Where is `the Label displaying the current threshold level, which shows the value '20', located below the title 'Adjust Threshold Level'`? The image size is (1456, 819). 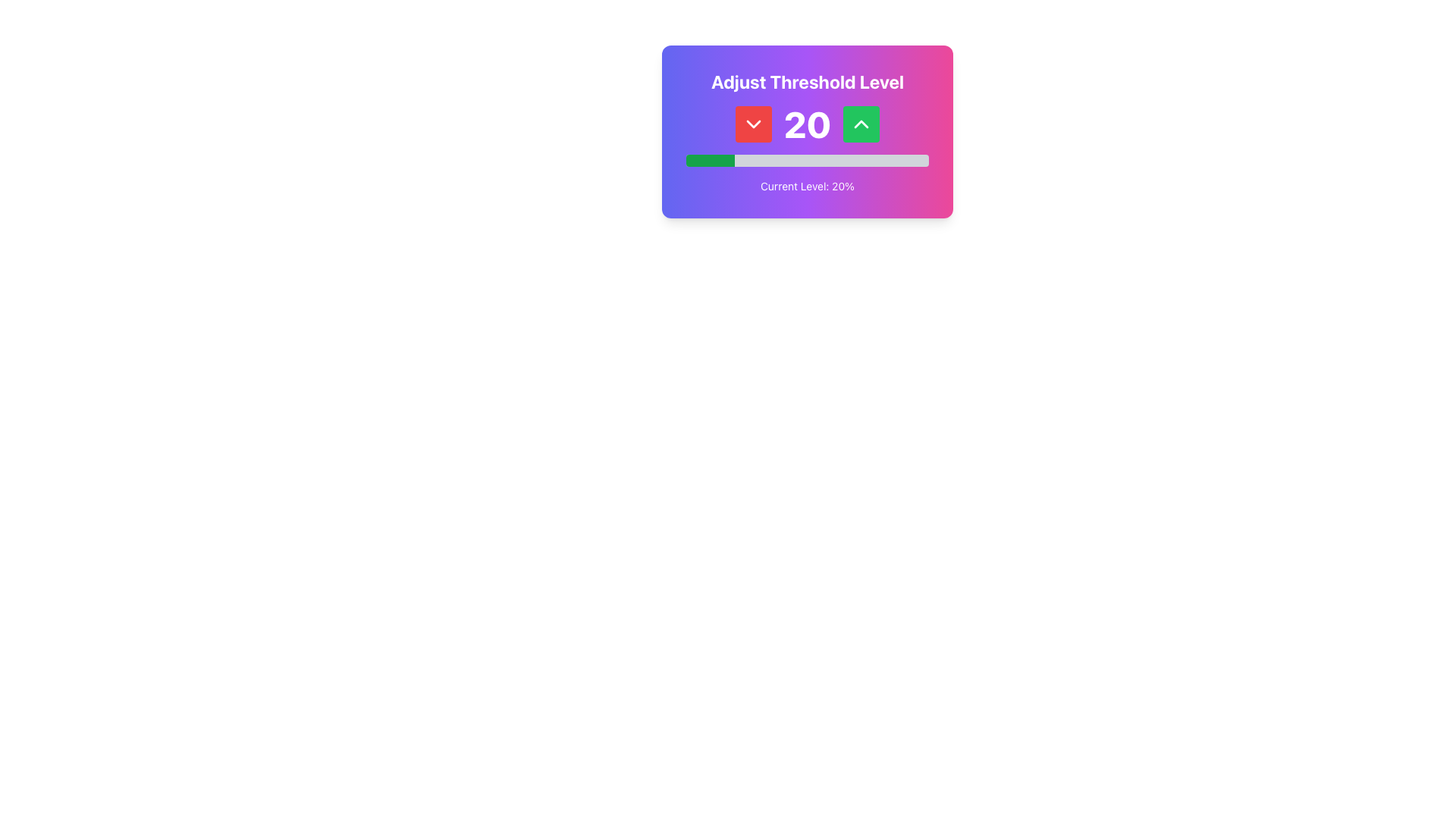
the Label displaying the current threshold level, which shows the value '20', located below the title 'Adjust Threshold Level' is located at coordinates (807, 124).